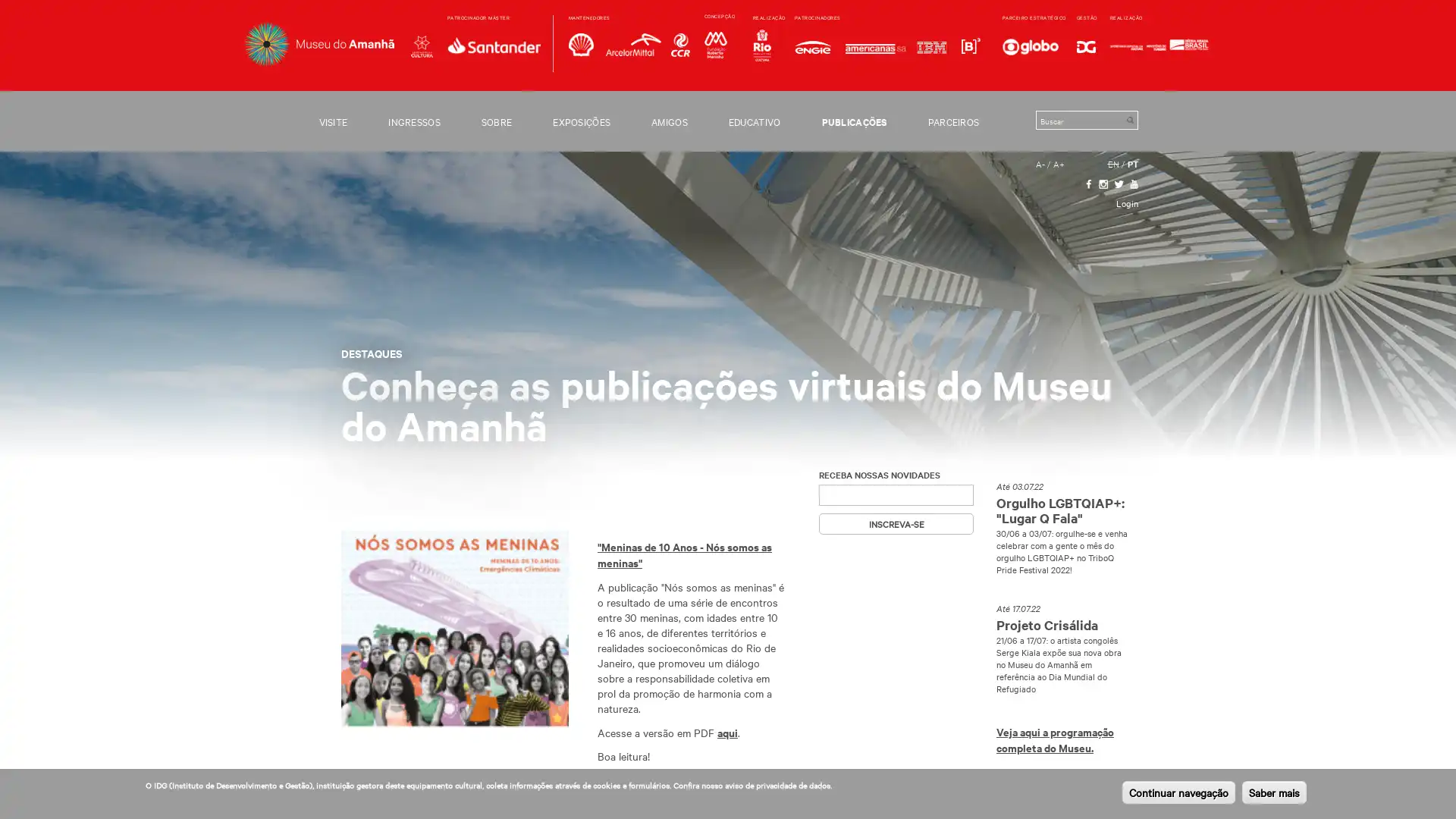 This screenshot has height=819, width=1456. What do you see at coordinates (1129, 119) in the screenshot?
I see `Submit` at bounding box center [1129, 119].